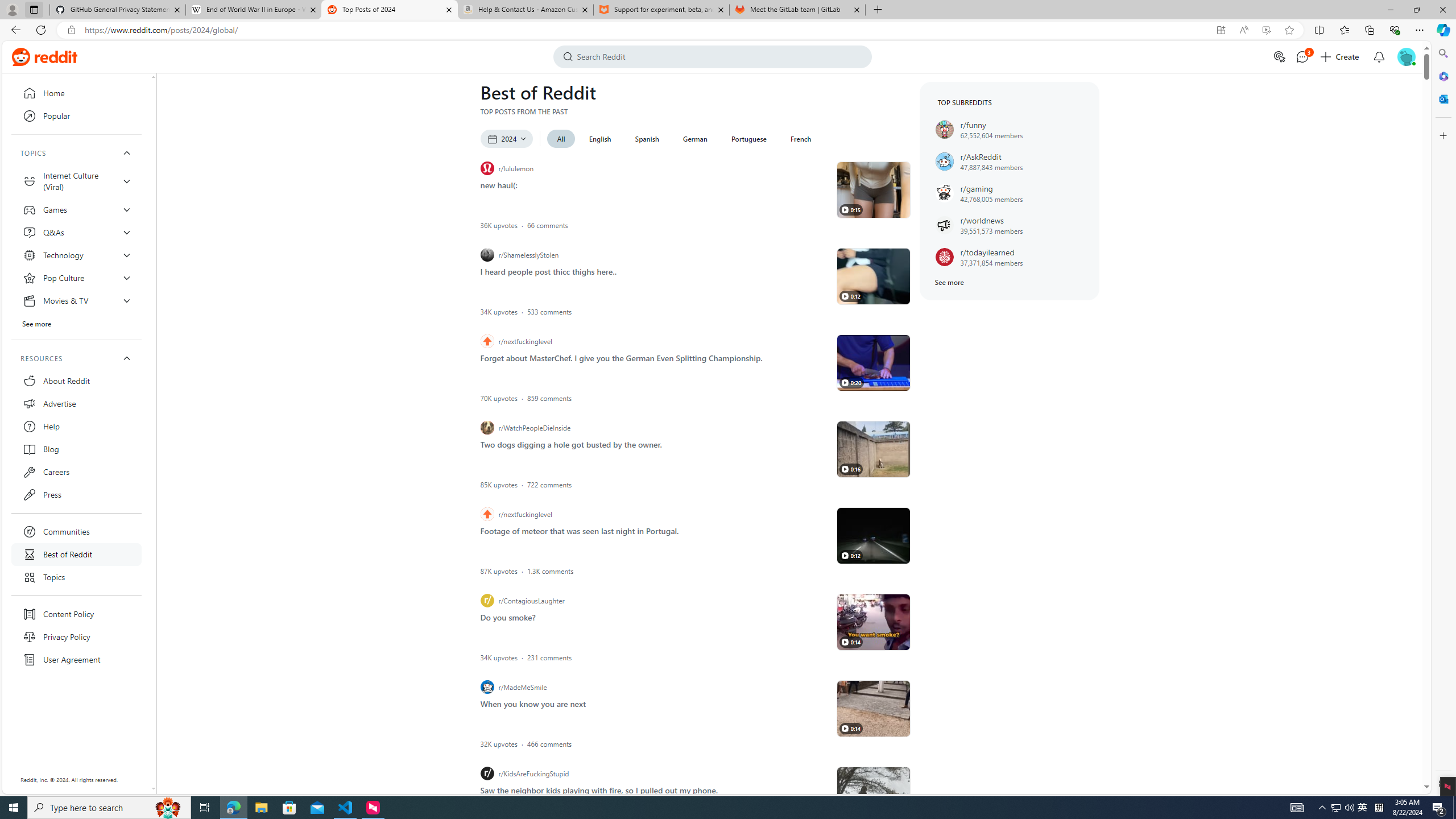 Image resolution: width=1456 pixels, height=819 pixels. What do you see at coordinates (76, 577) in the screenshot?
I see `'Topics'` at bounding box center [76, 577].